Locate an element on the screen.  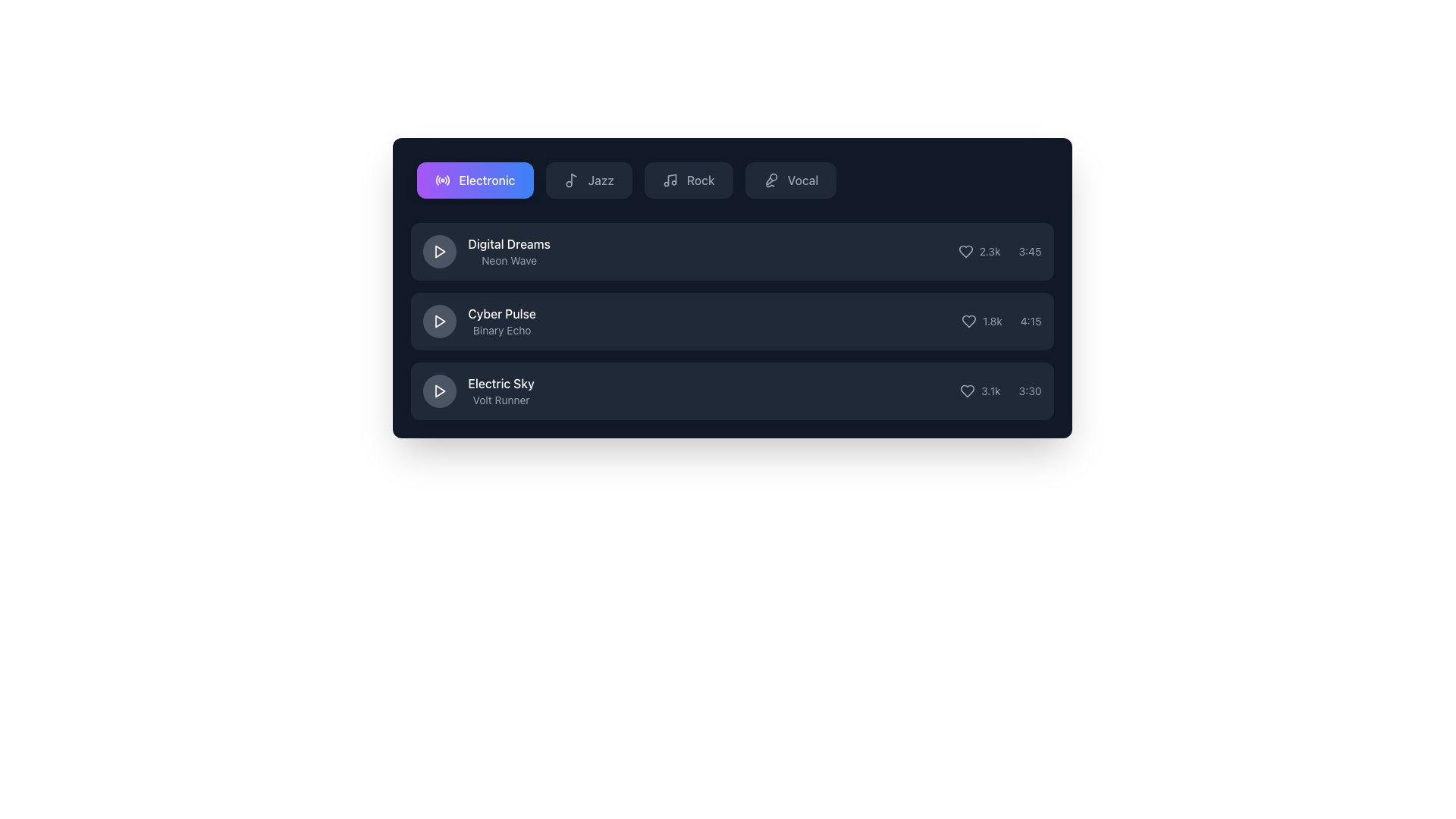
the 'Electronic' category label within the pill-shaped button is located at coordinates (487, 180).